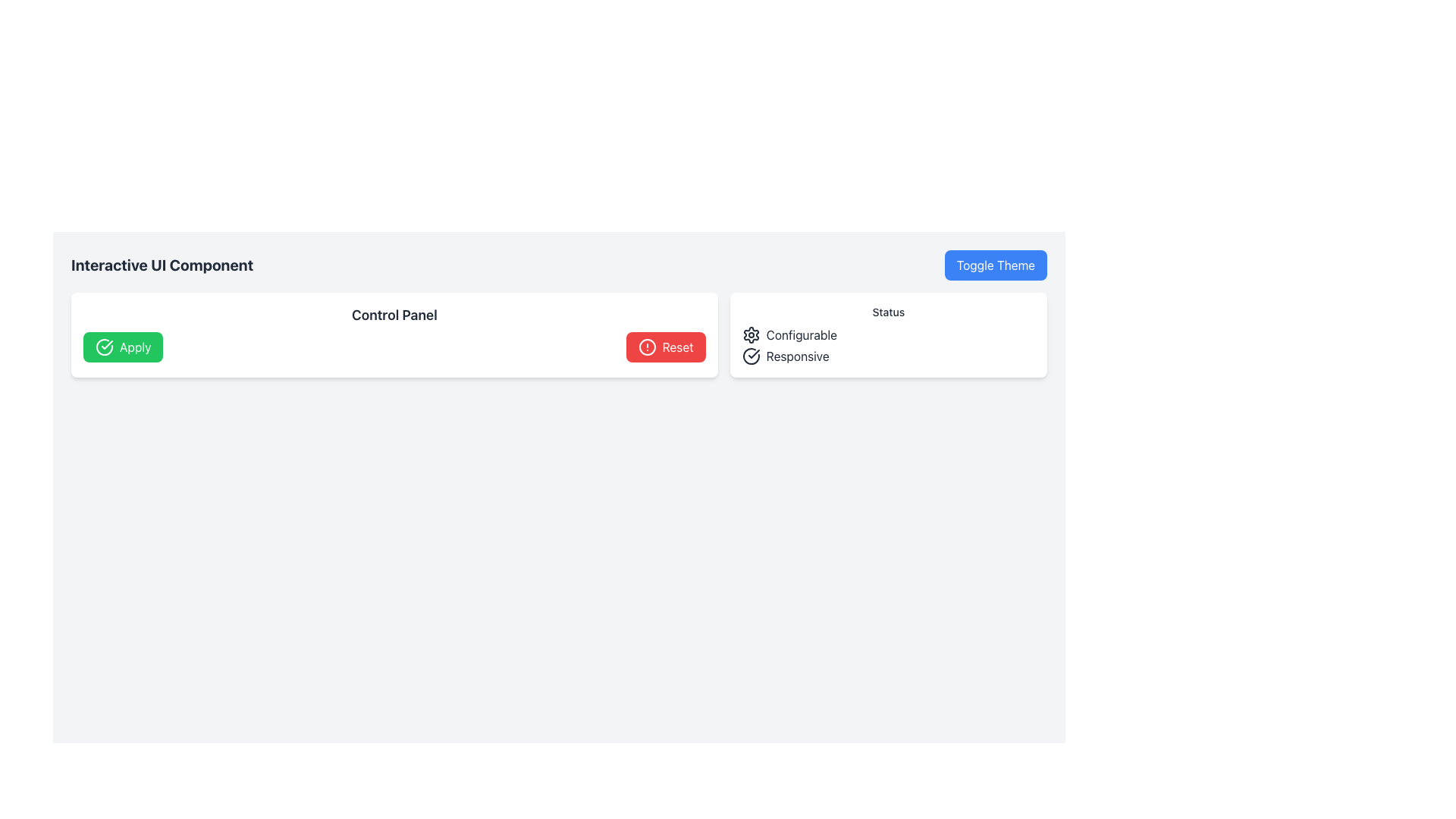 Image resolution: width=1456 pixels, height=819 pixels. I want to click on the success state icon located in the right panel under the 'Responsive' label in the 'Status' section, so click(754, 353).